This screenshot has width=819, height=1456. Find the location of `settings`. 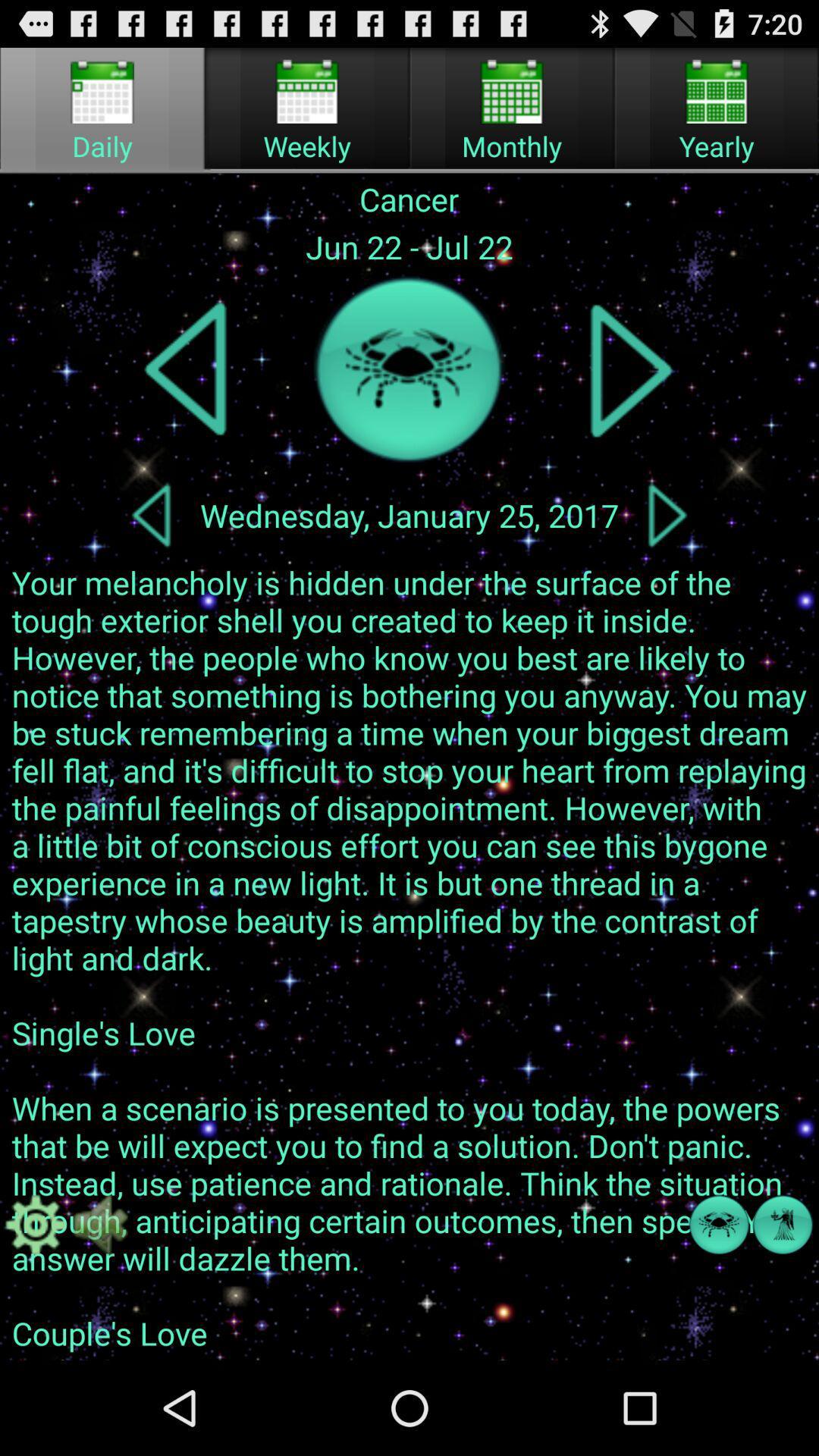

settings is located at coordinates (35, 1225).